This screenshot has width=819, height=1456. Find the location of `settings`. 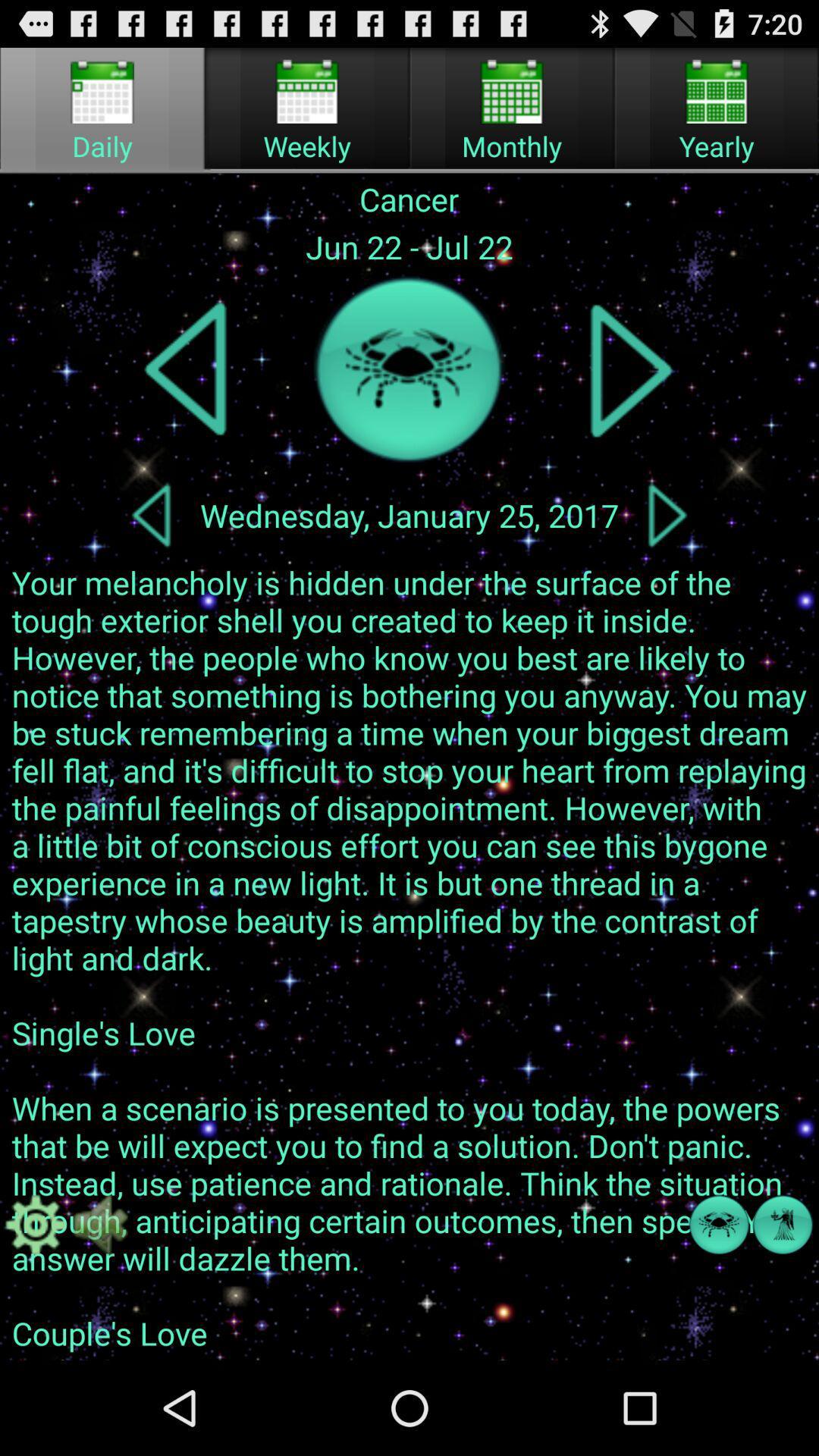

settings is located at coordinates (35, 1225).